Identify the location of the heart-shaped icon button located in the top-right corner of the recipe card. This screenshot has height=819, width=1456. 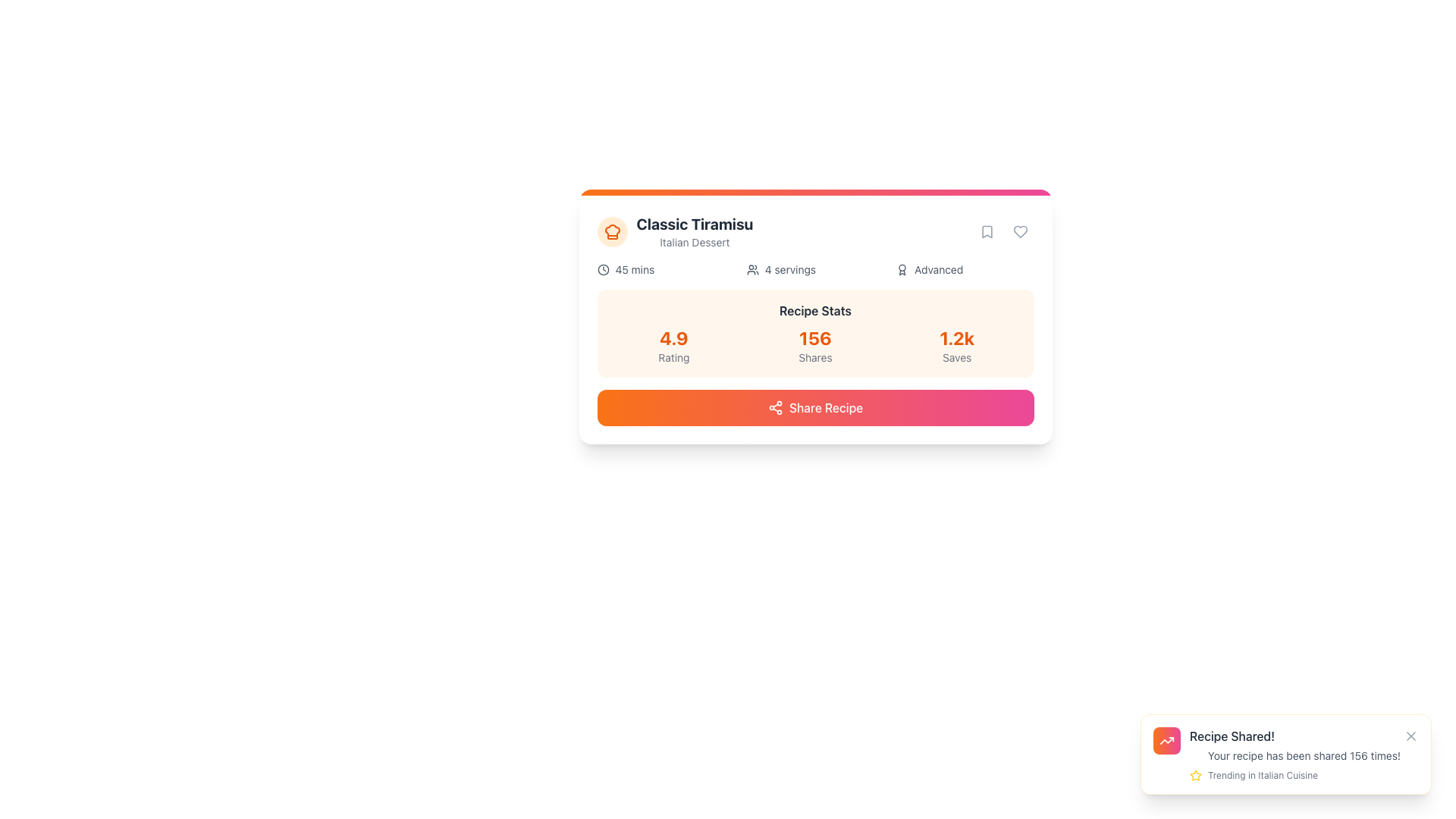
(1020, 231).